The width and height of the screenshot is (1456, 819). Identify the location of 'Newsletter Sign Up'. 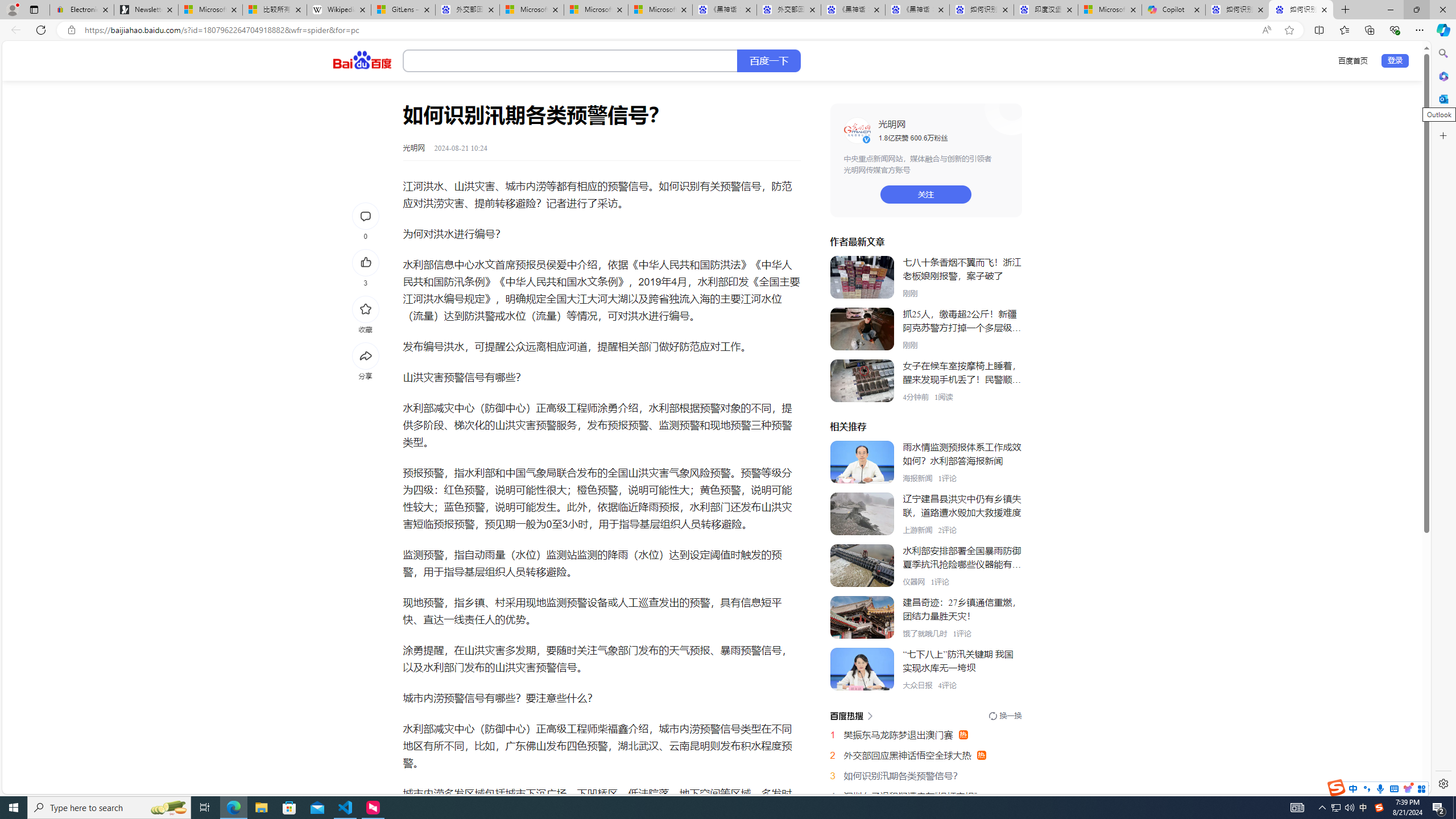
(146, 9).